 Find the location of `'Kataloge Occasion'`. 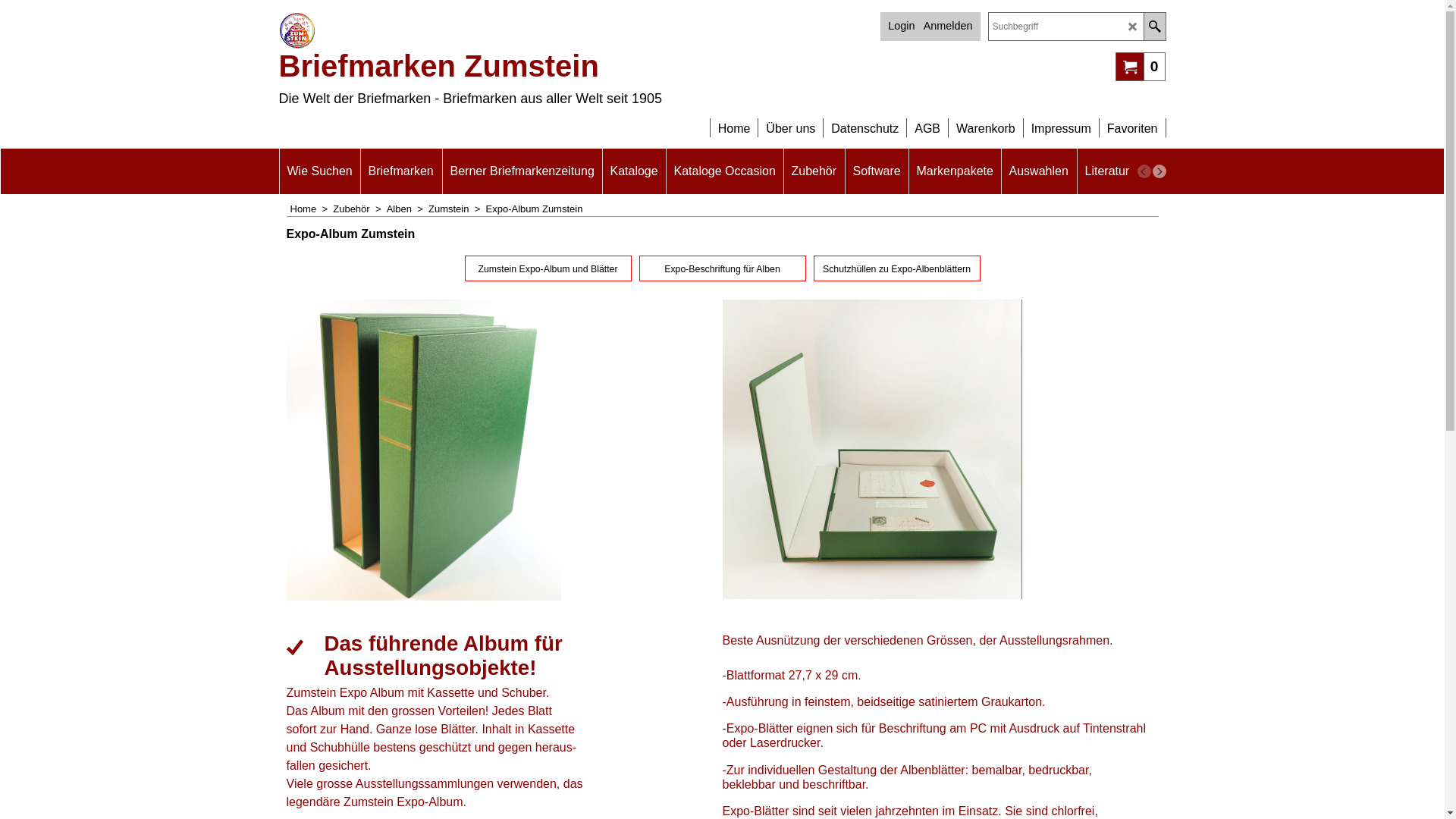

'Kataloge Occasion' is located at coordinates (723, 171).